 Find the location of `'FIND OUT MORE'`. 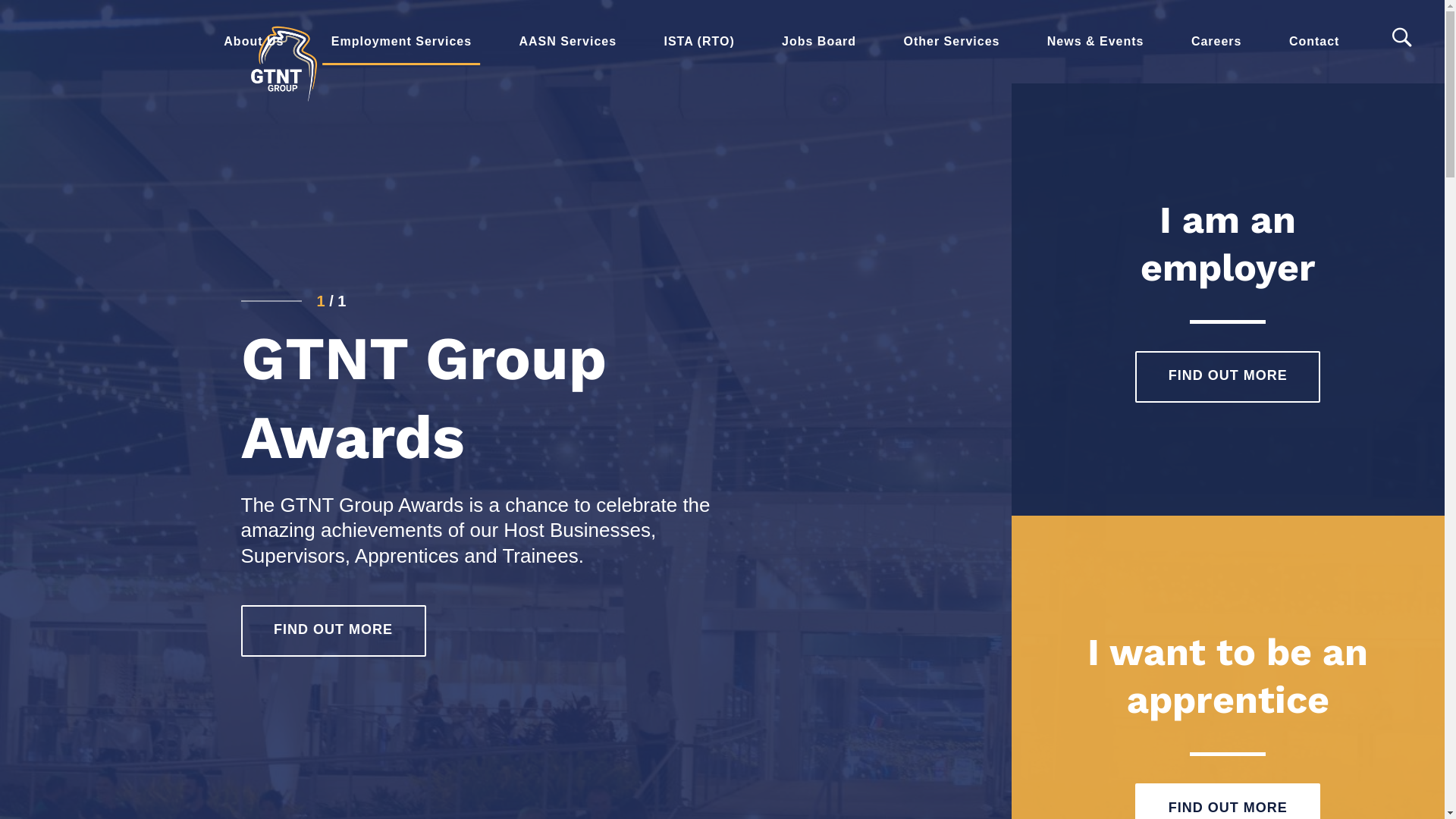

'FIND OUT MORE' is located at coordinates (1227, 376).